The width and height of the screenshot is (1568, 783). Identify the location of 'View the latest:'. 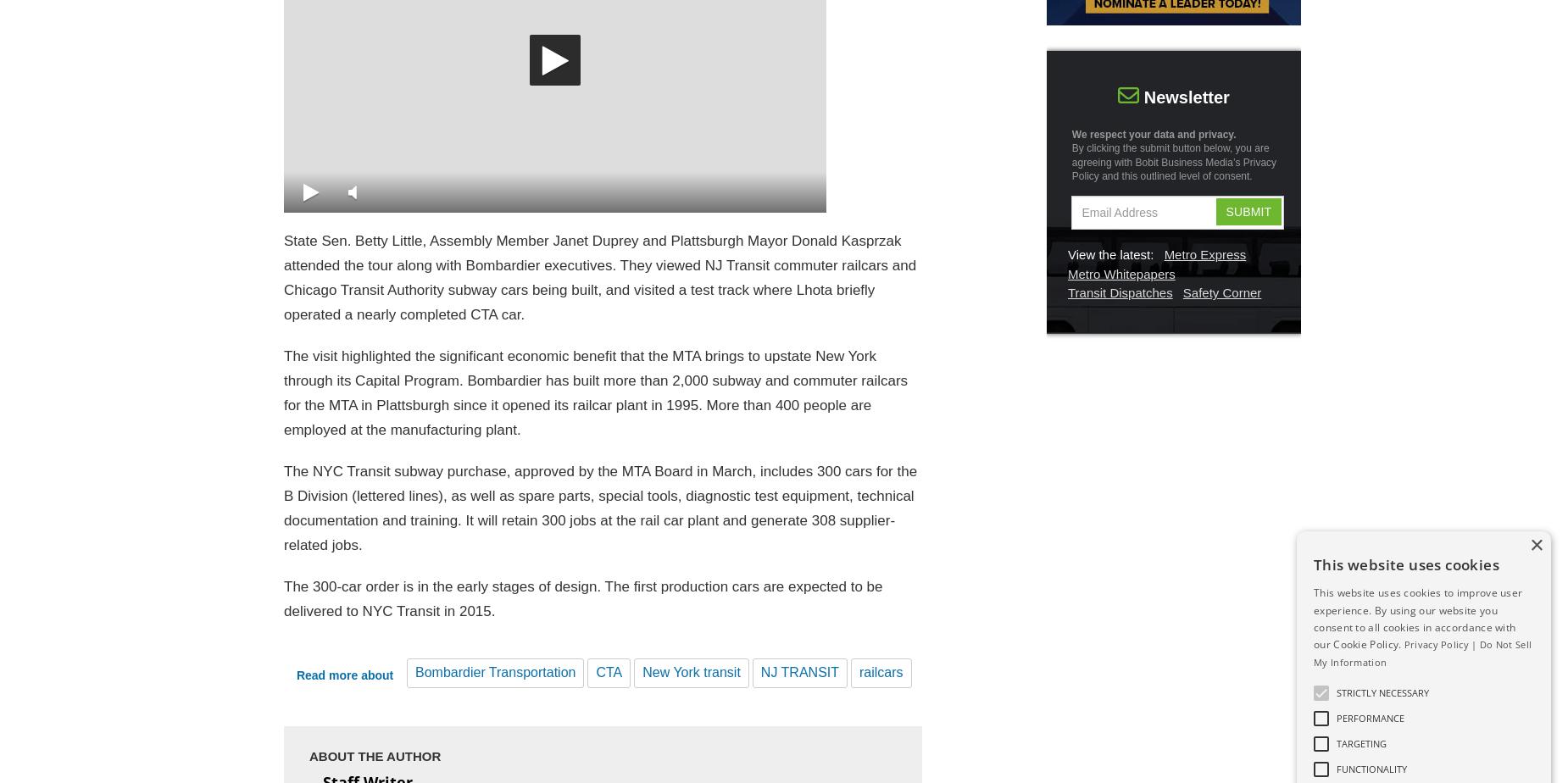
(1109, 254).